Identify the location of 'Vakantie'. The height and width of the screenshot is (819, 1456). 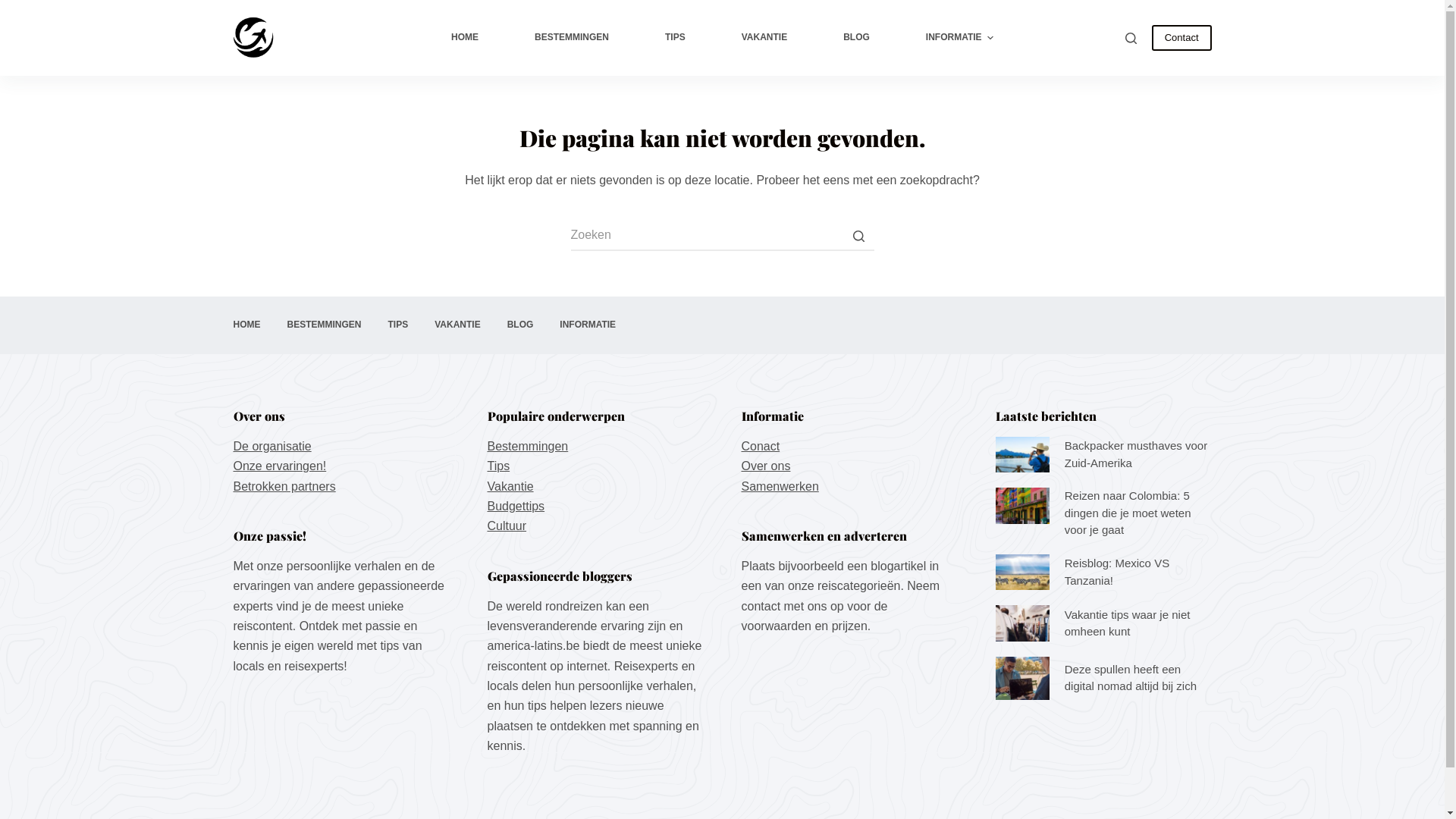
(510, 486).